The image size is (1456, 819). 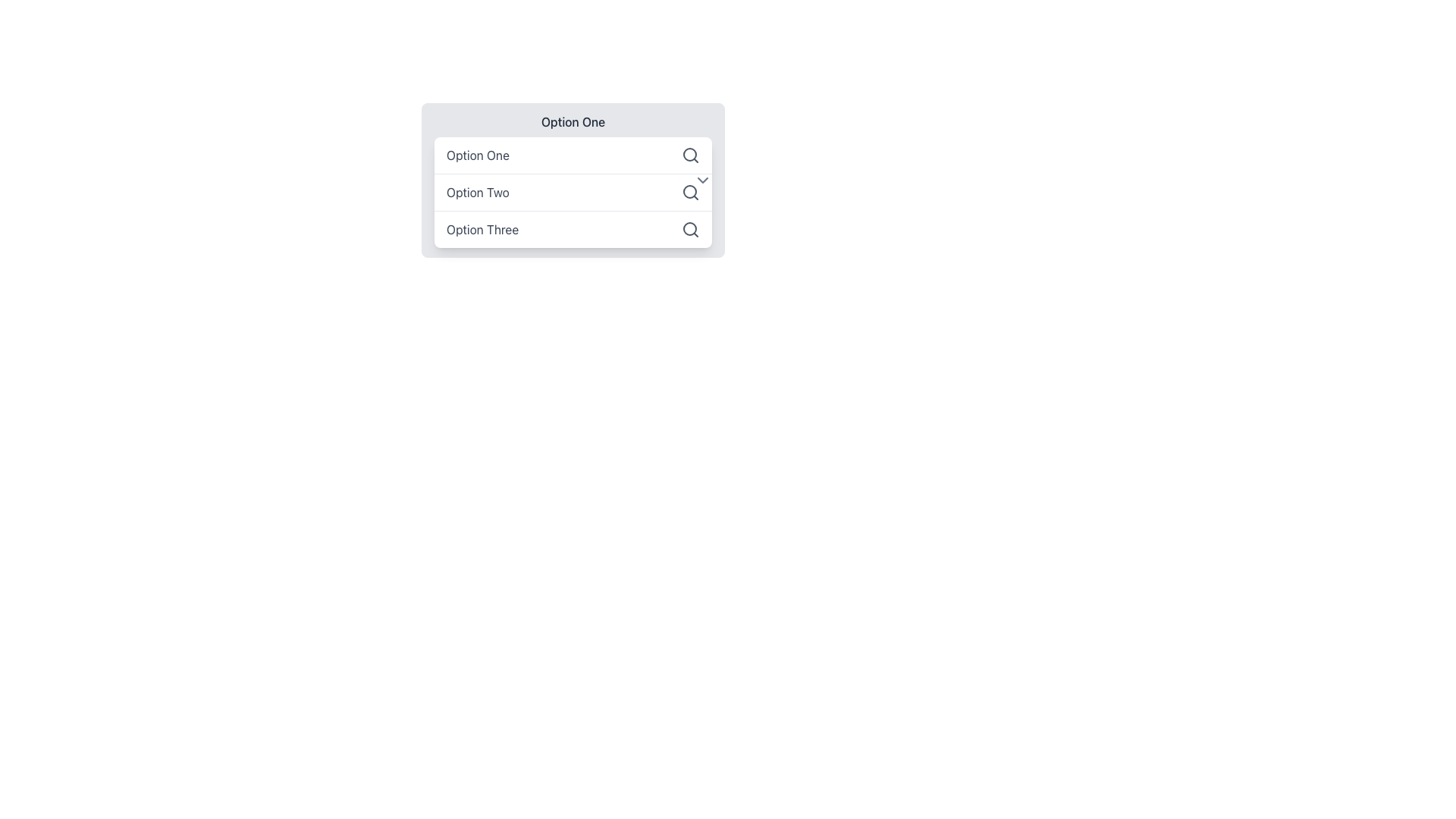 What do you see at coordinates (572, 191) in the screenshot?
I see `the 'Option Two' menu item in the dropdown list` at bounding box center [572, 191].